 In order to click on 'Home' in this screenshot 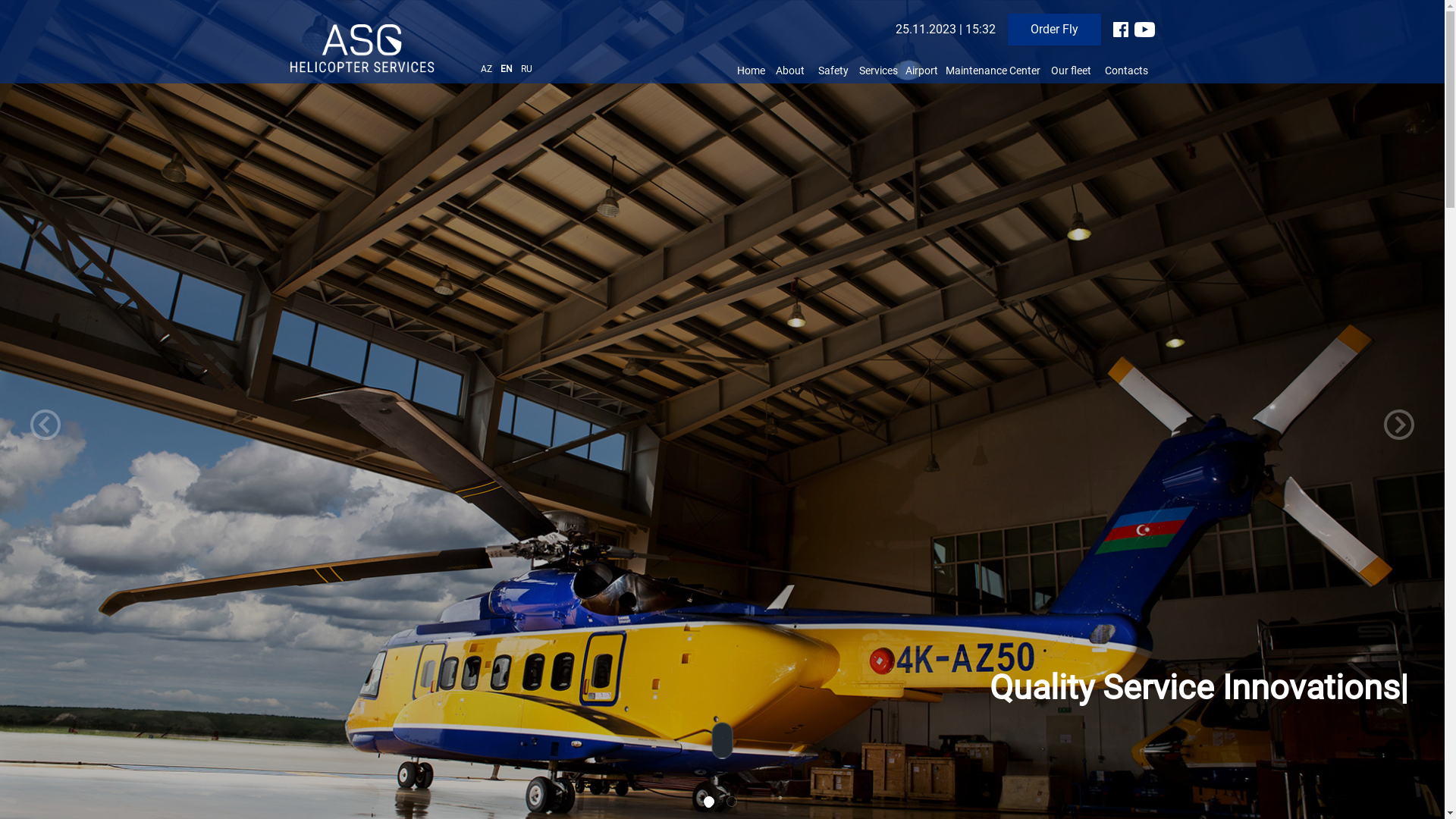, I will do `click(751, 70)`.